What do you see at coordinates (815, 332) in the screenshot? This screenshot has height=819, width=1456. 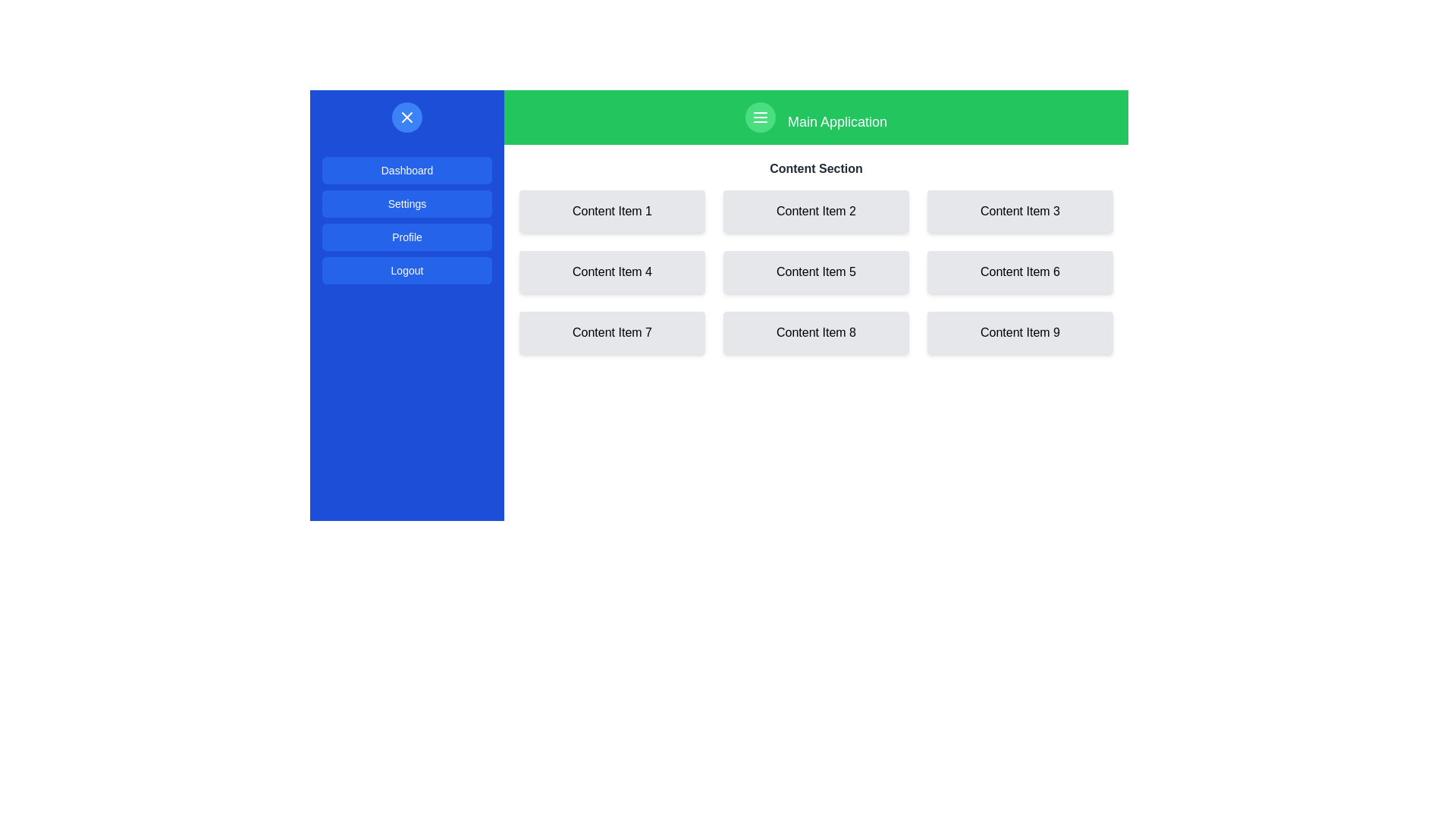 I see `the content item marker labeled 'Content Item 8' located in the middle cell of the third row of a 3x3 grid` at bounding box center [815, 332].